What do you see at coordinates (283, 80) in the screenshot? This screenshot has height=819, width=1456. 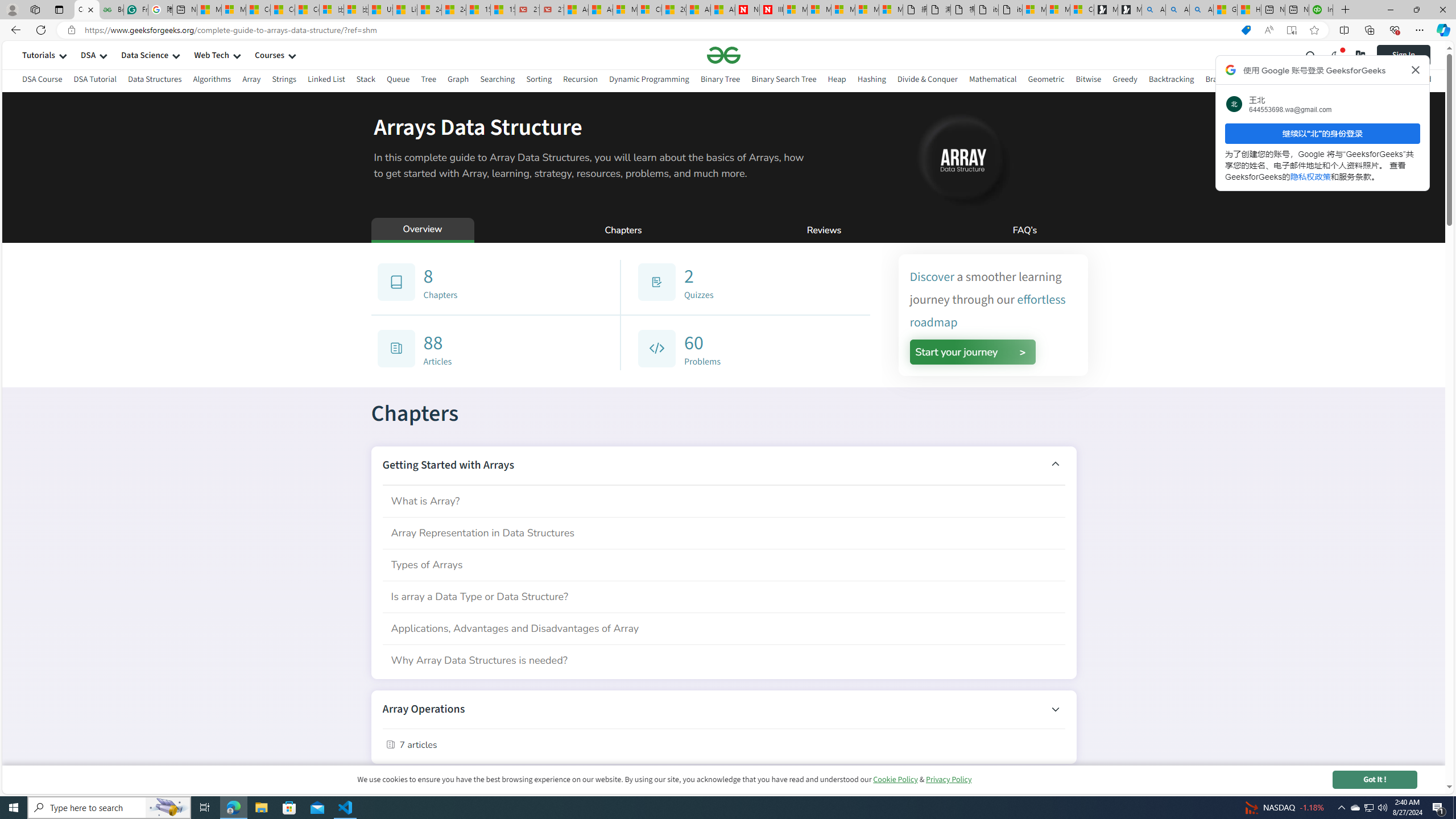 I see `'Strings'` at bounding box center [283, 80].